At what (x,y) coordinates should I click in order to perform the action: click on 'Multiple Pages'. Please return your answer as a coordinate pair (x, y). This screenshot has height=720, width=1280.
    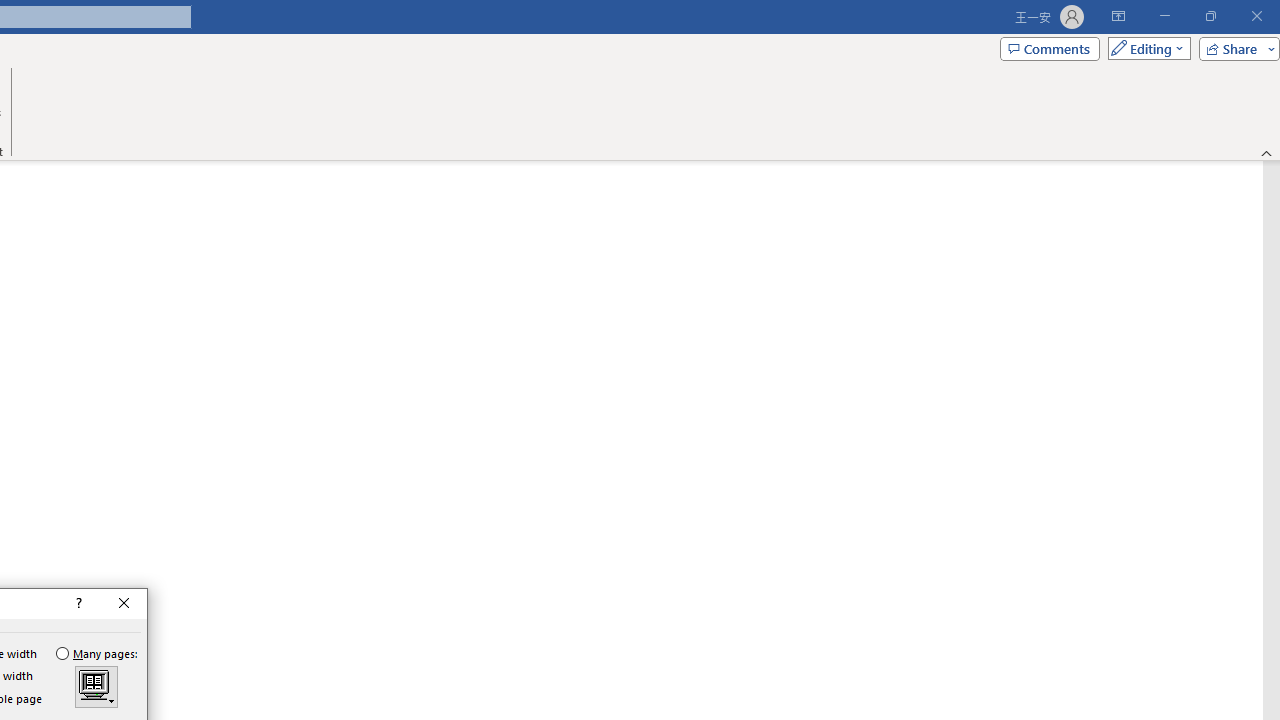
    Looking at the image, I should click on (95, 686).